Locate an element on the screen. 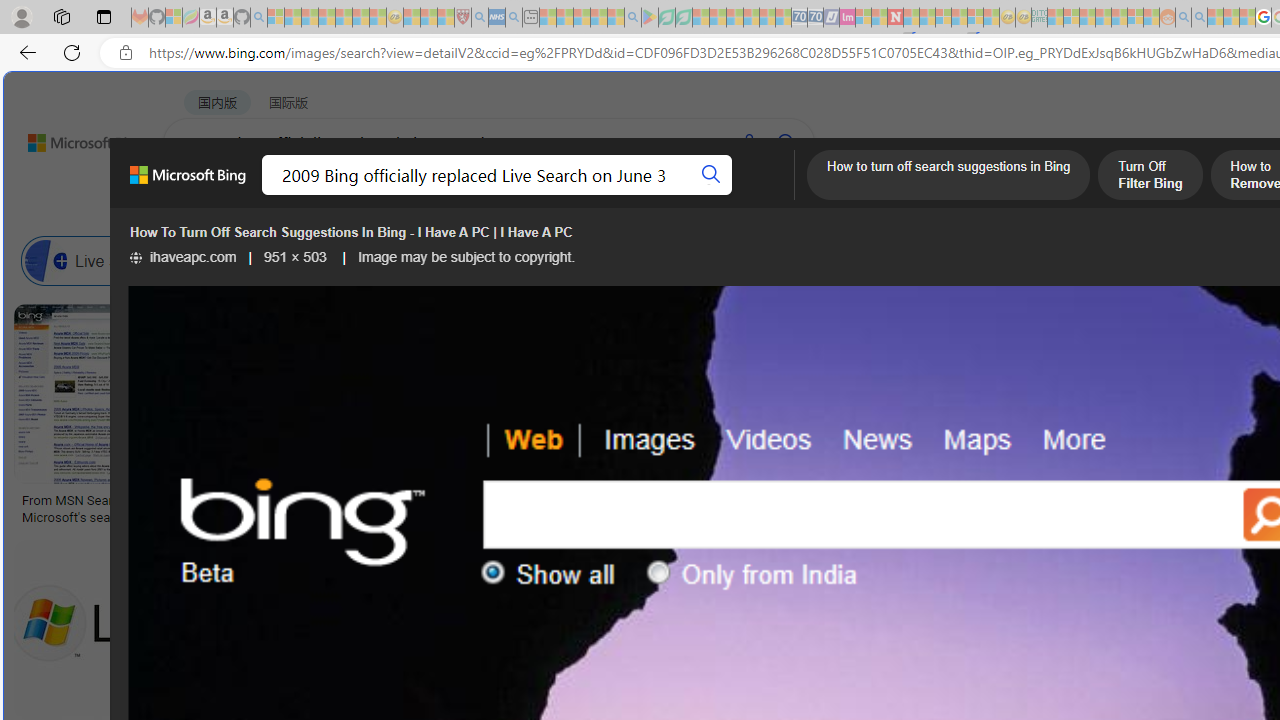 The image size is (1280, 720). 'utah sues federal government - Search - Sleeping' is located at coordinates (513, 17).